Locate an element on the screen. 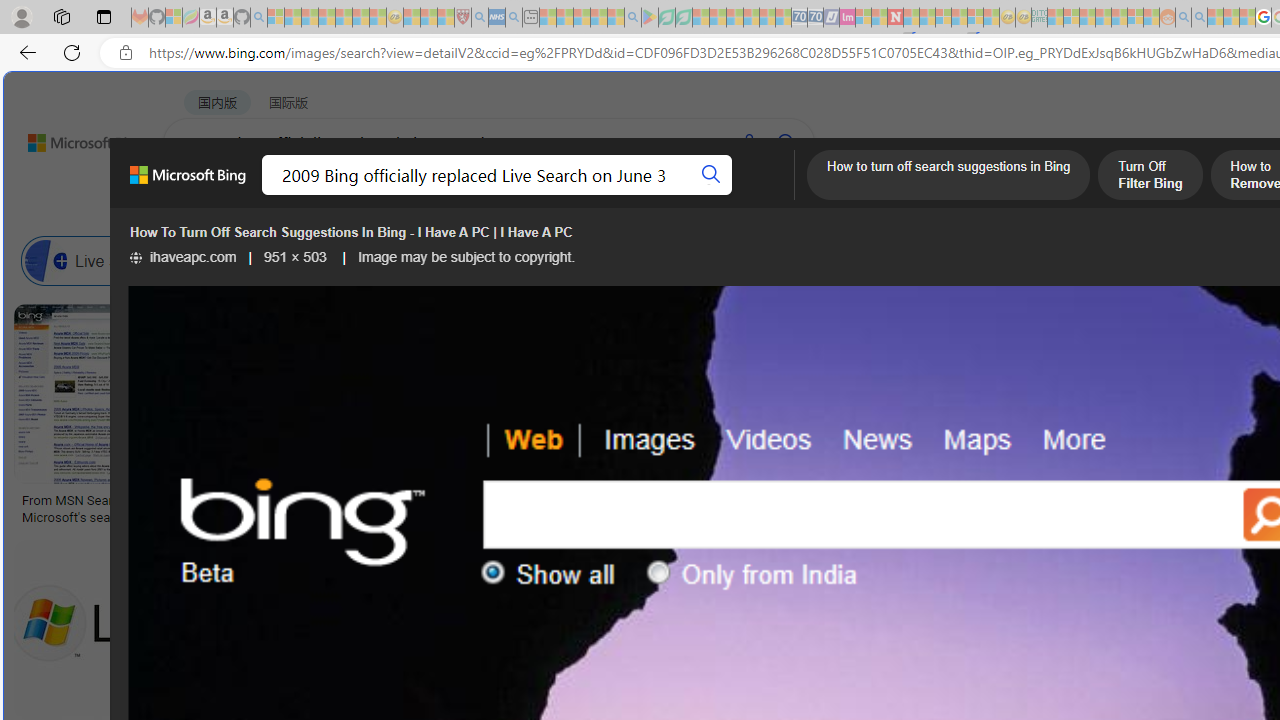 The image size is (1280, 720). 'utah sues federal government - Search - Sleeping' is located at coordinates (513, 17).